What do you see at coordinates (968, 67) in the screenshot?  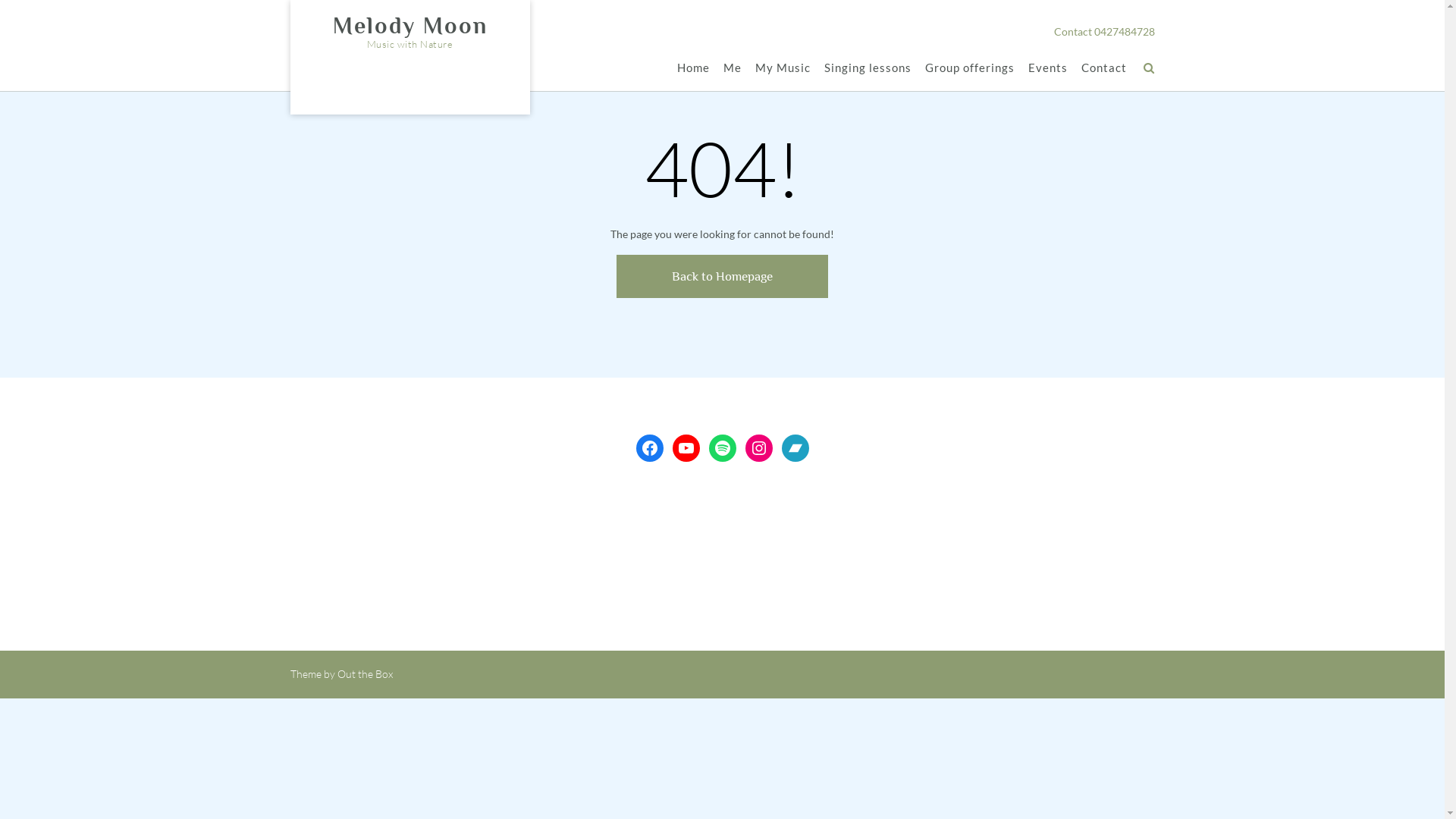 I see `'Group offerings'` at bounding box center [968, 67].